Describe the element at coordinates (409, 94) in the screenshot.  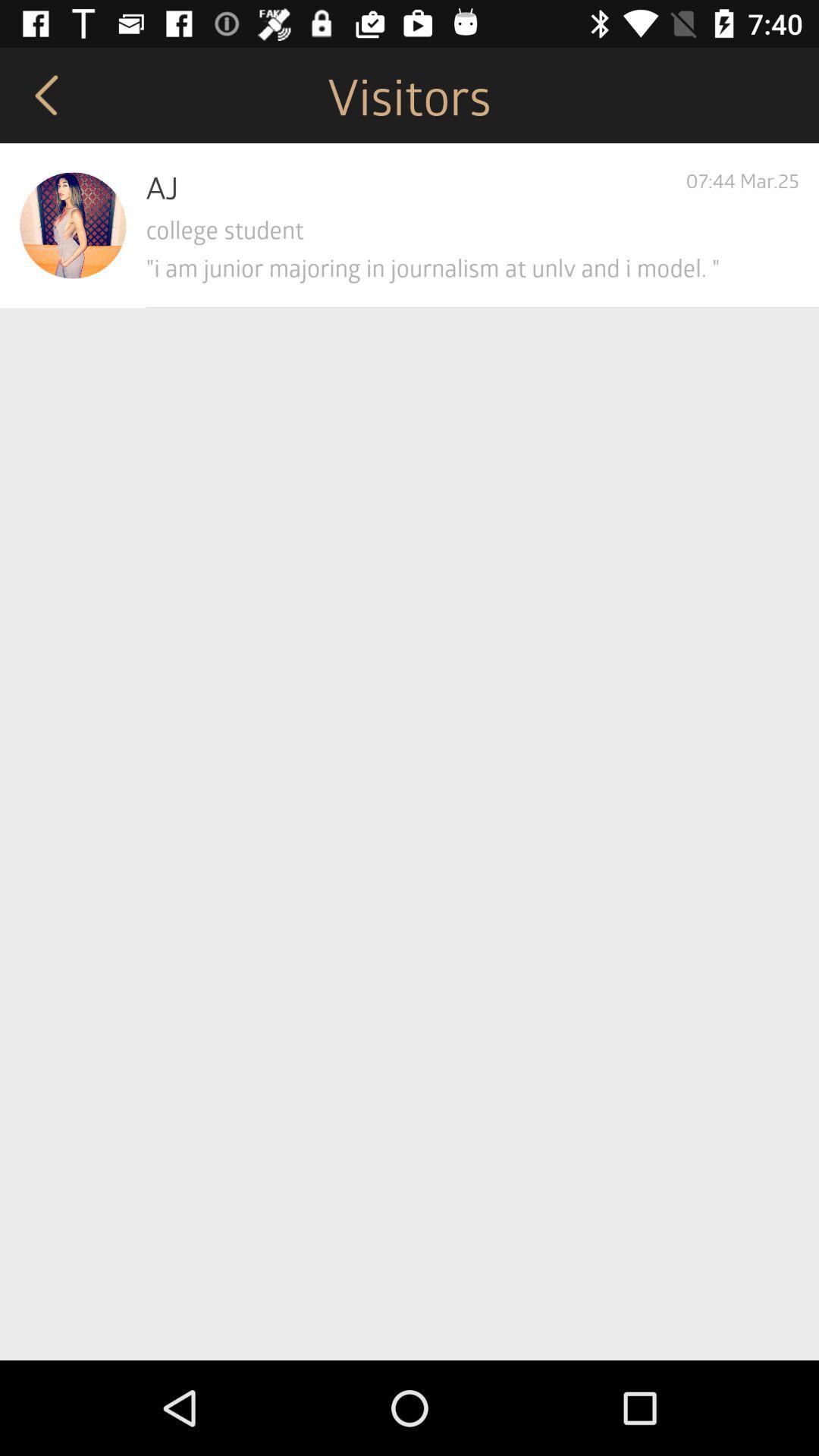
I see `visitors item` at that location.